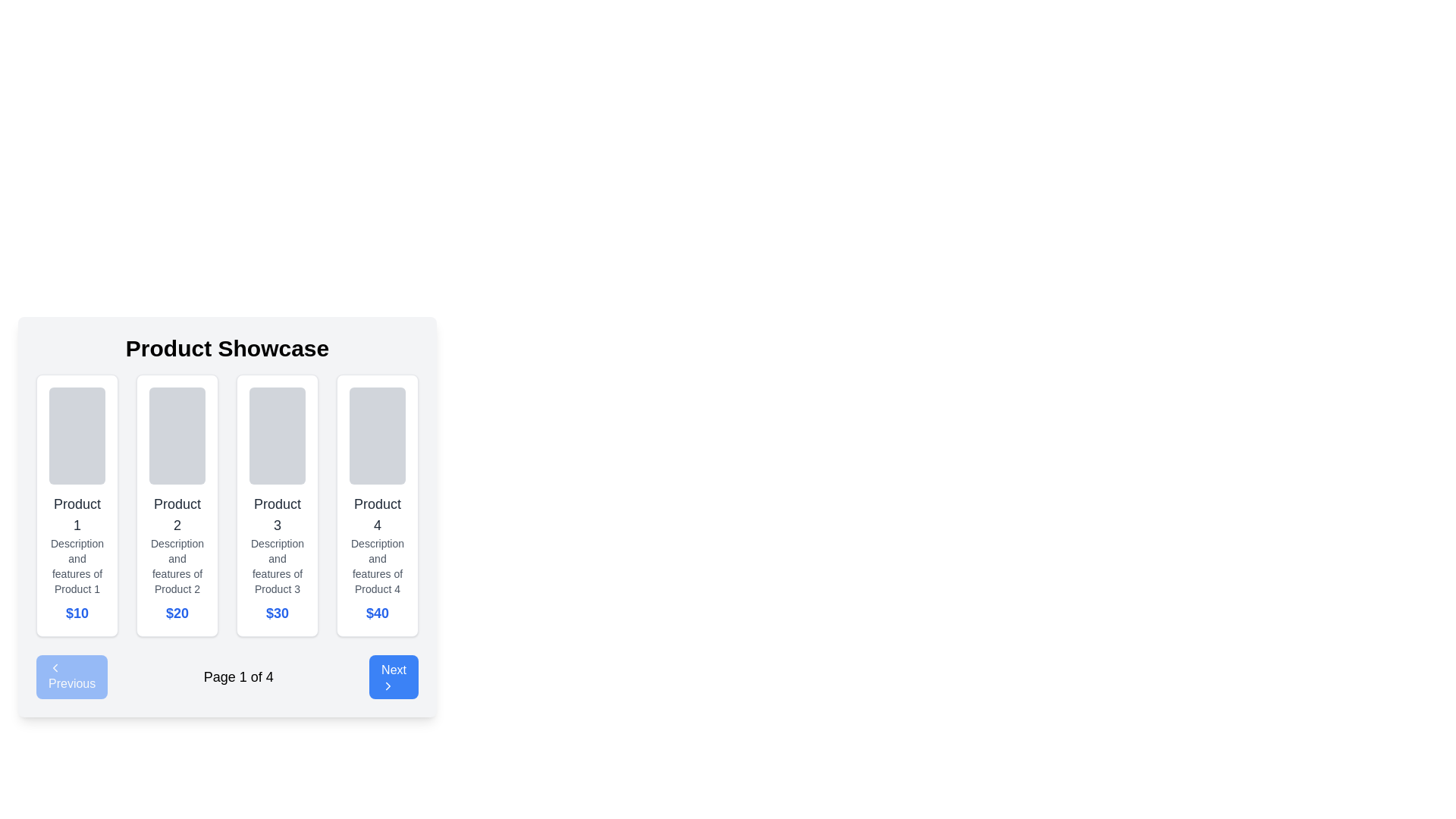 The height and width of the screenshot is (819, 1456). I want to click on the Image placeholder, which is a rectangular area with a light gray background and rounded corners located at the top section of a card in a product showcase interface, so click(76, 435).